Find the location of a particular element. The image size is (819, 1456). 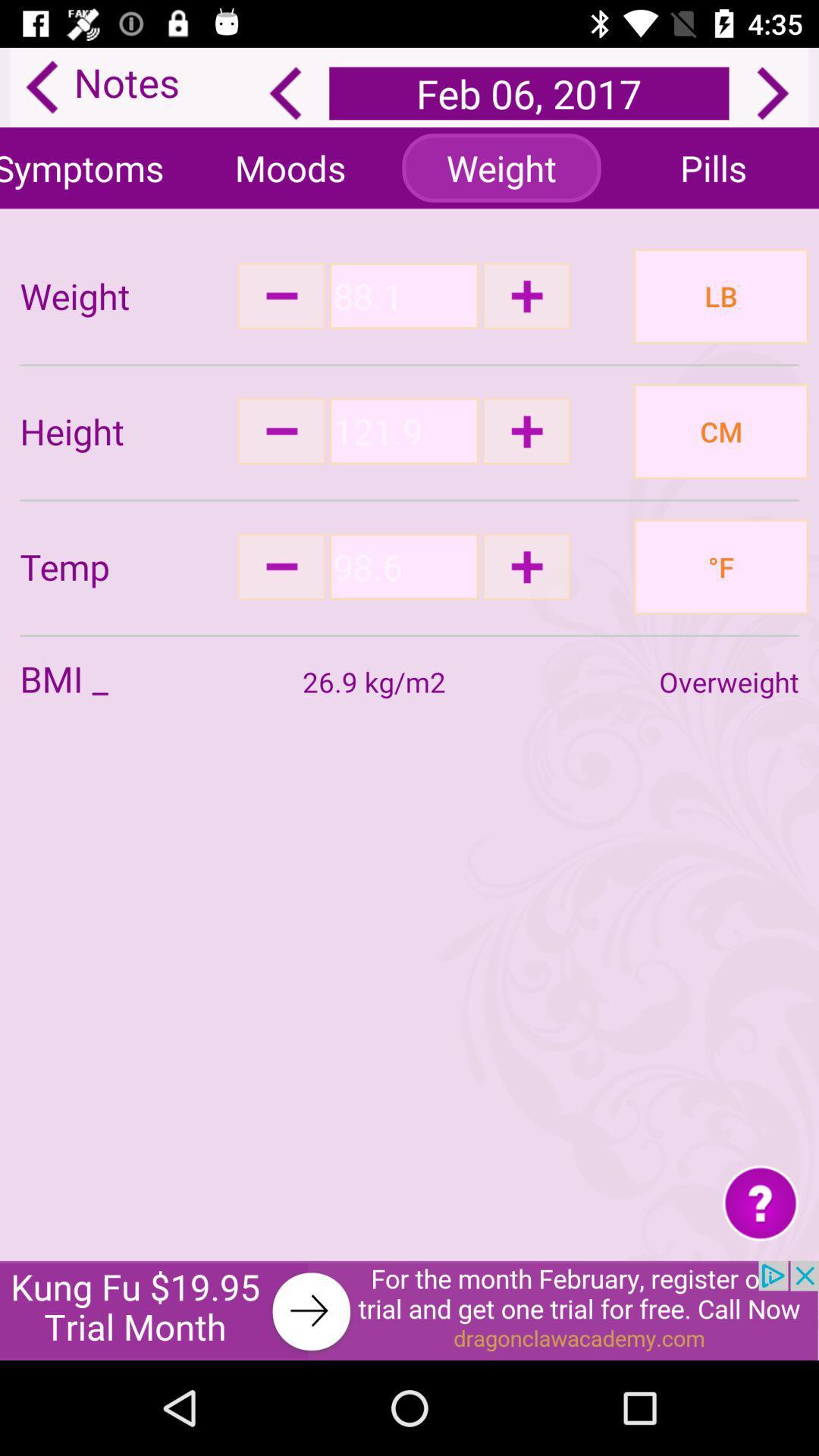

decrease weight informed is located at coordinates (281, 296).